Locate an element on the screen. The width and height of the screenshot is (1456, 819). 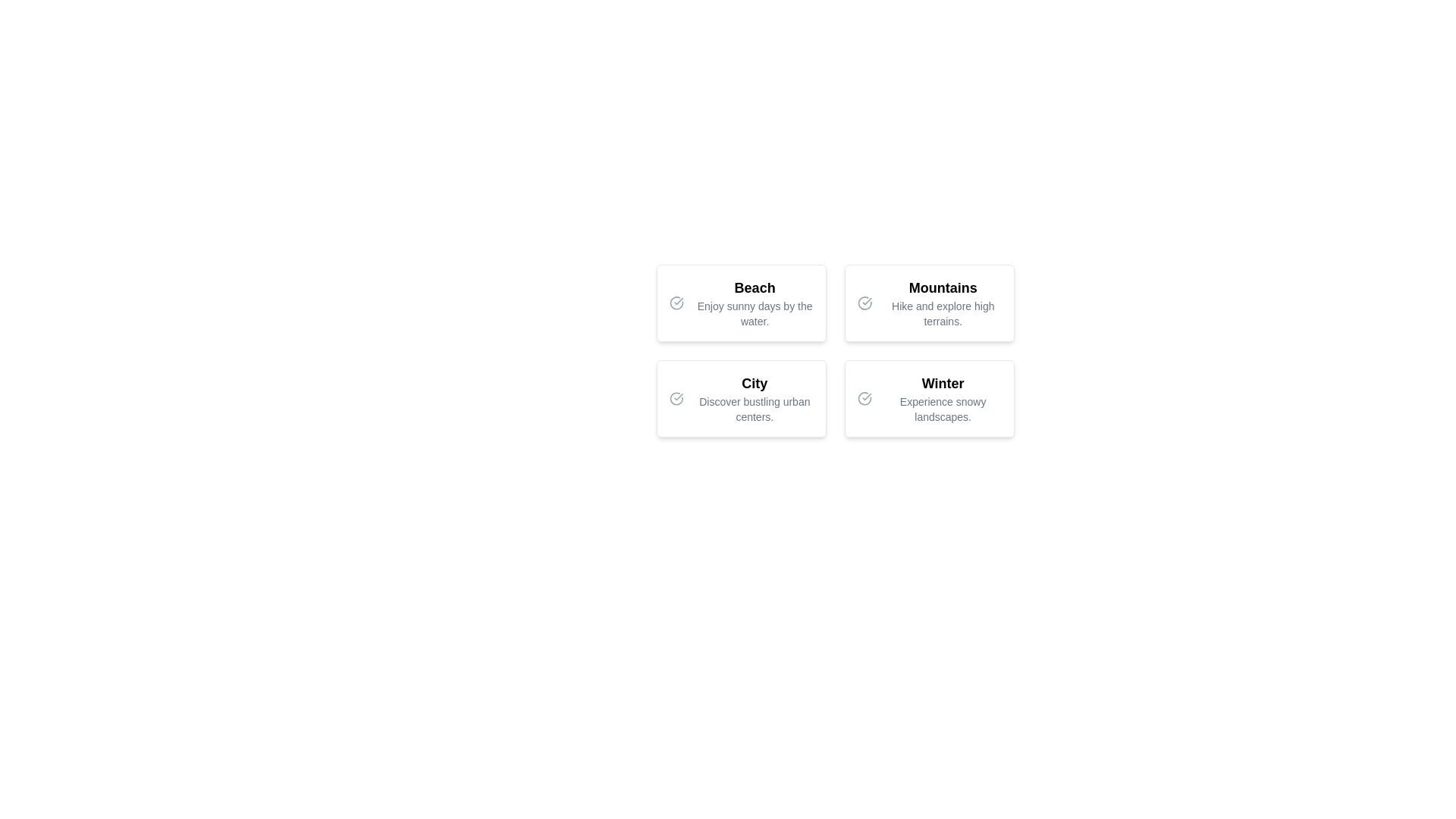
the visual indicator icon associated with the 'Winter' card, positioned in the bottom-right quadrant of a 2x2 grid layout, to the left of the 'Winter' title text is located at coordinates (864, 397).